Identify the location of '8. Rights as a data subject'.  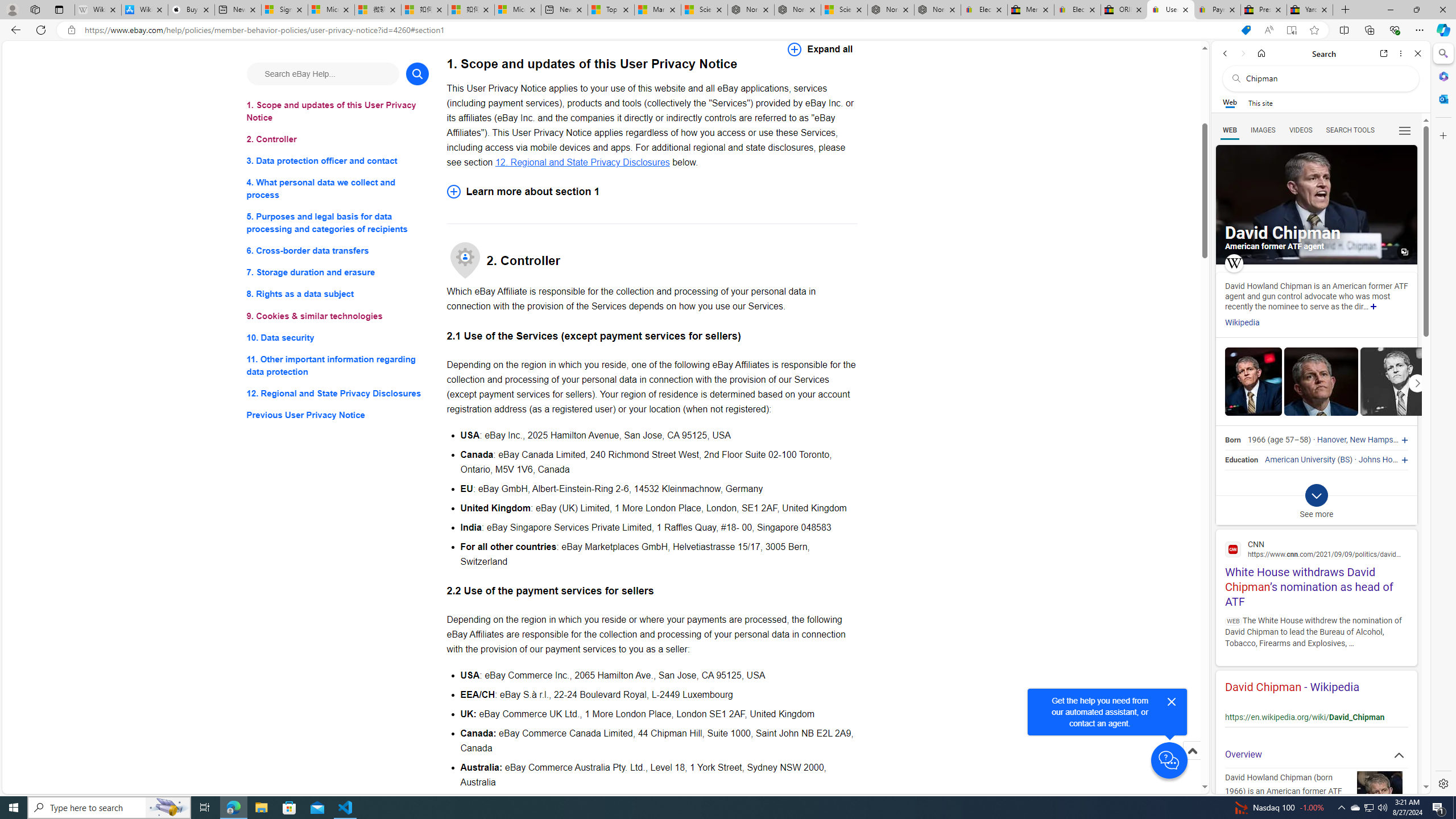
(337, 293).